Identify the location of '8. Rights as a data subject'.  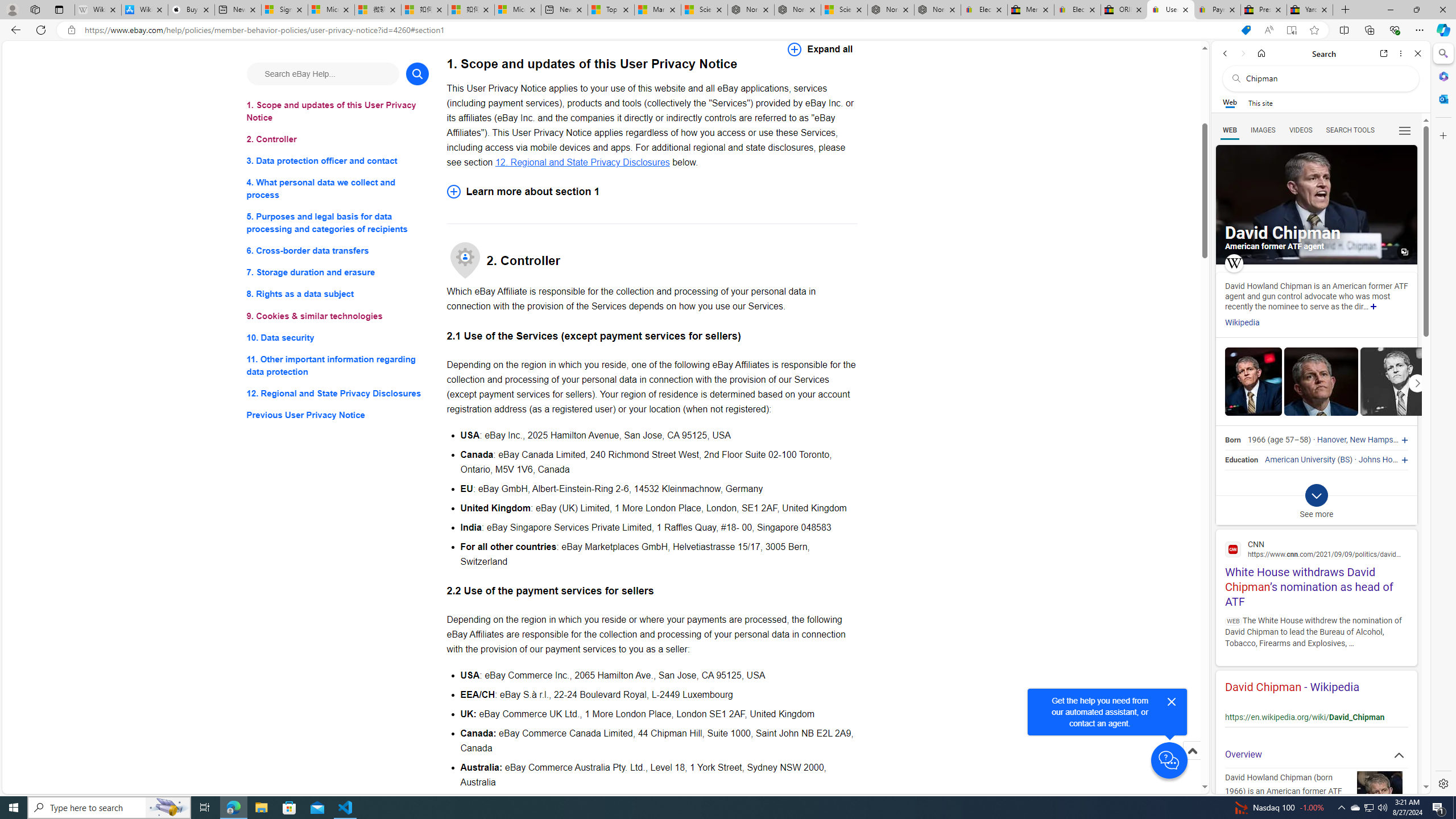
(337, 293).